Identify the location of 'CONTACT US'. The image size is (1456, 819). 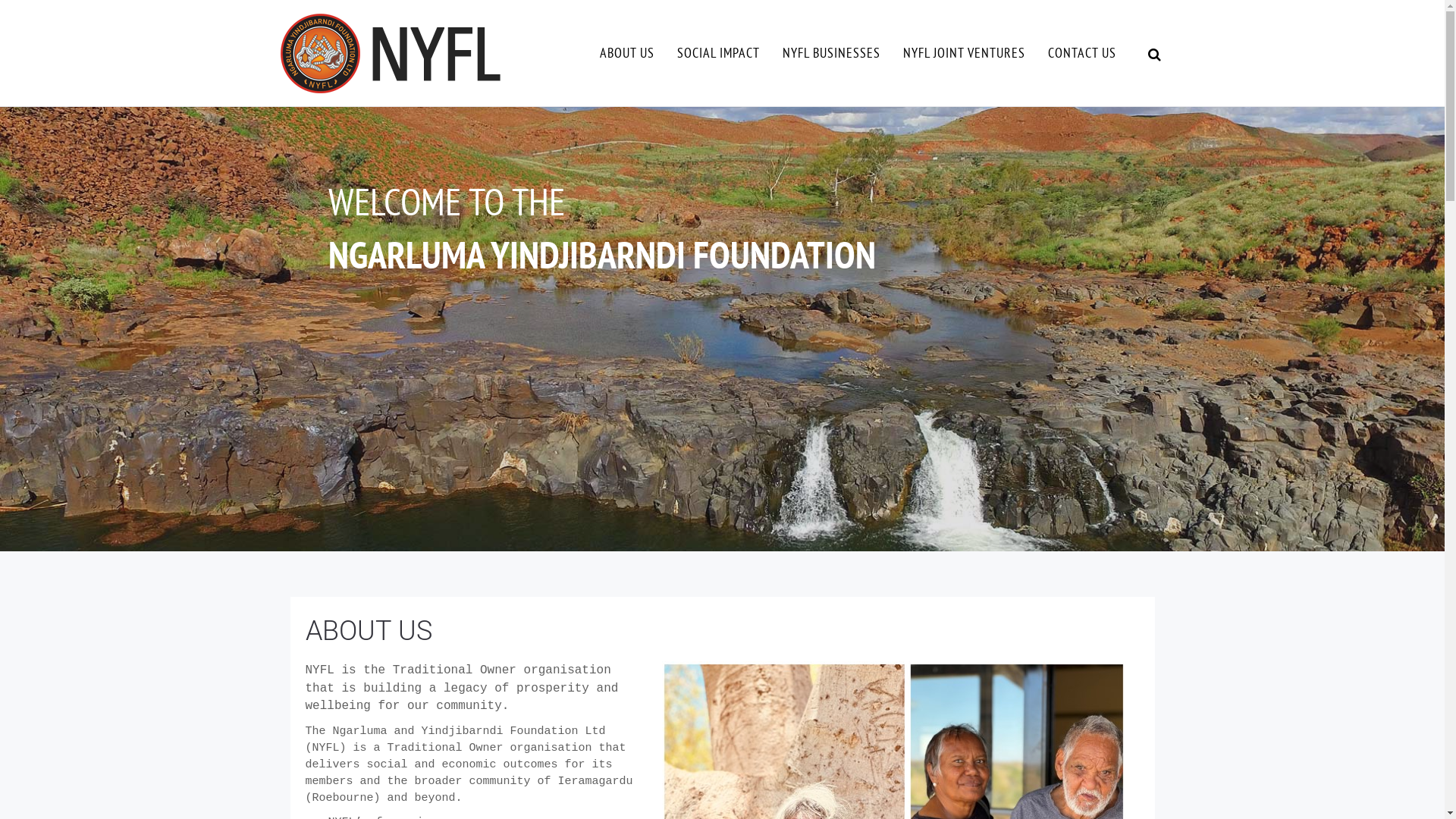
(1080, 52).